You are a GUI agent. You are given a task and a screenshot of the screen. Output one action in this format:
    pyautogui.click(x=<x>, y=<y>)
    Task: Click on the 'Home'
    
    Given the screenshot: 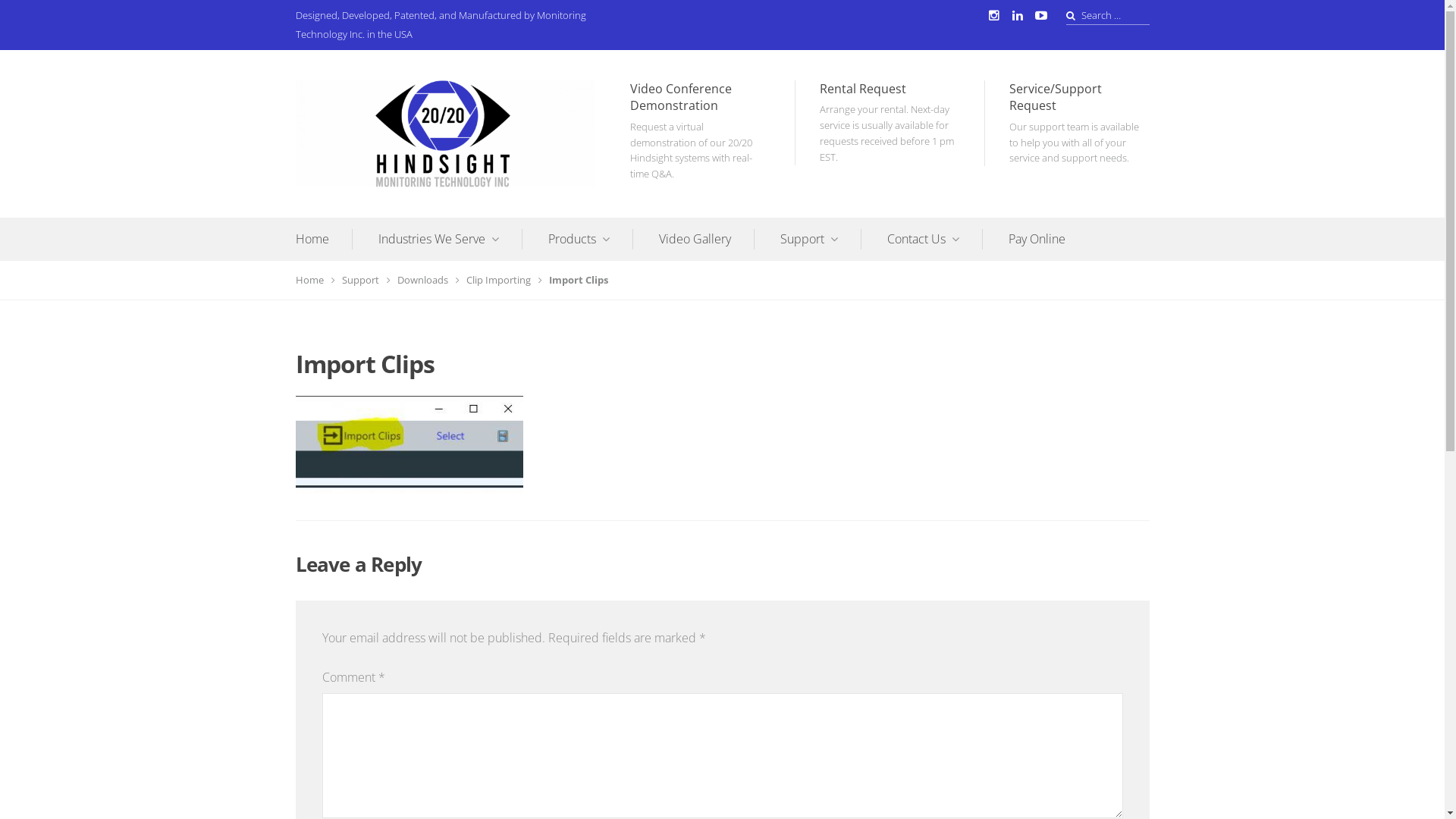 What is the action you would take?
    pyautogui.click(x=315, y=280)
    